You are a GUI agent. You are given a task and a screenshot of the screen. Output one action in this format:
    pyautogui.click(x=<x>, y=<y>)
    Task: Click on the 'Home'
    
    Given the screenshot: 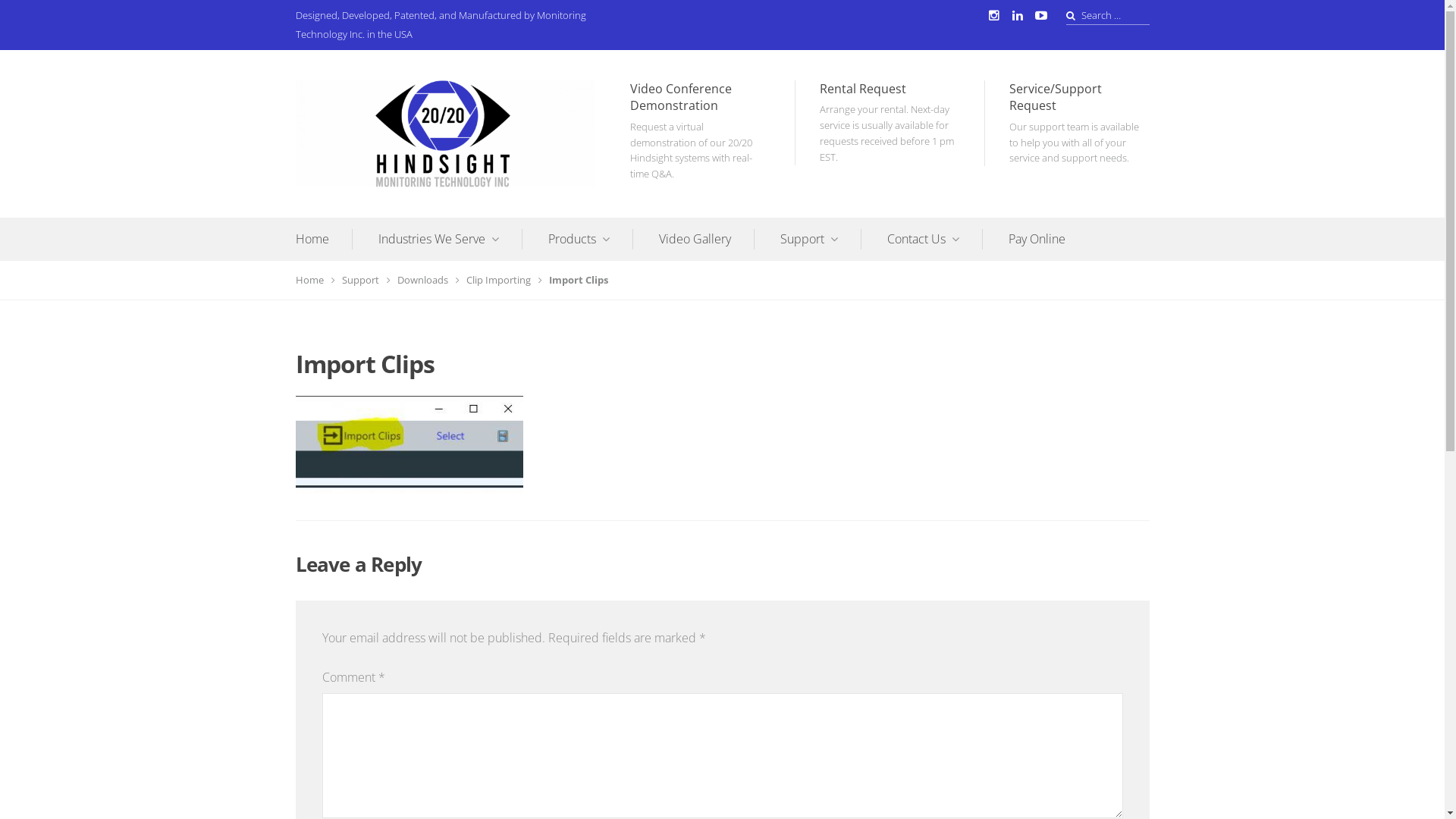 What is the action you would take?
    pyautogui.click(x=315, y=280)
    